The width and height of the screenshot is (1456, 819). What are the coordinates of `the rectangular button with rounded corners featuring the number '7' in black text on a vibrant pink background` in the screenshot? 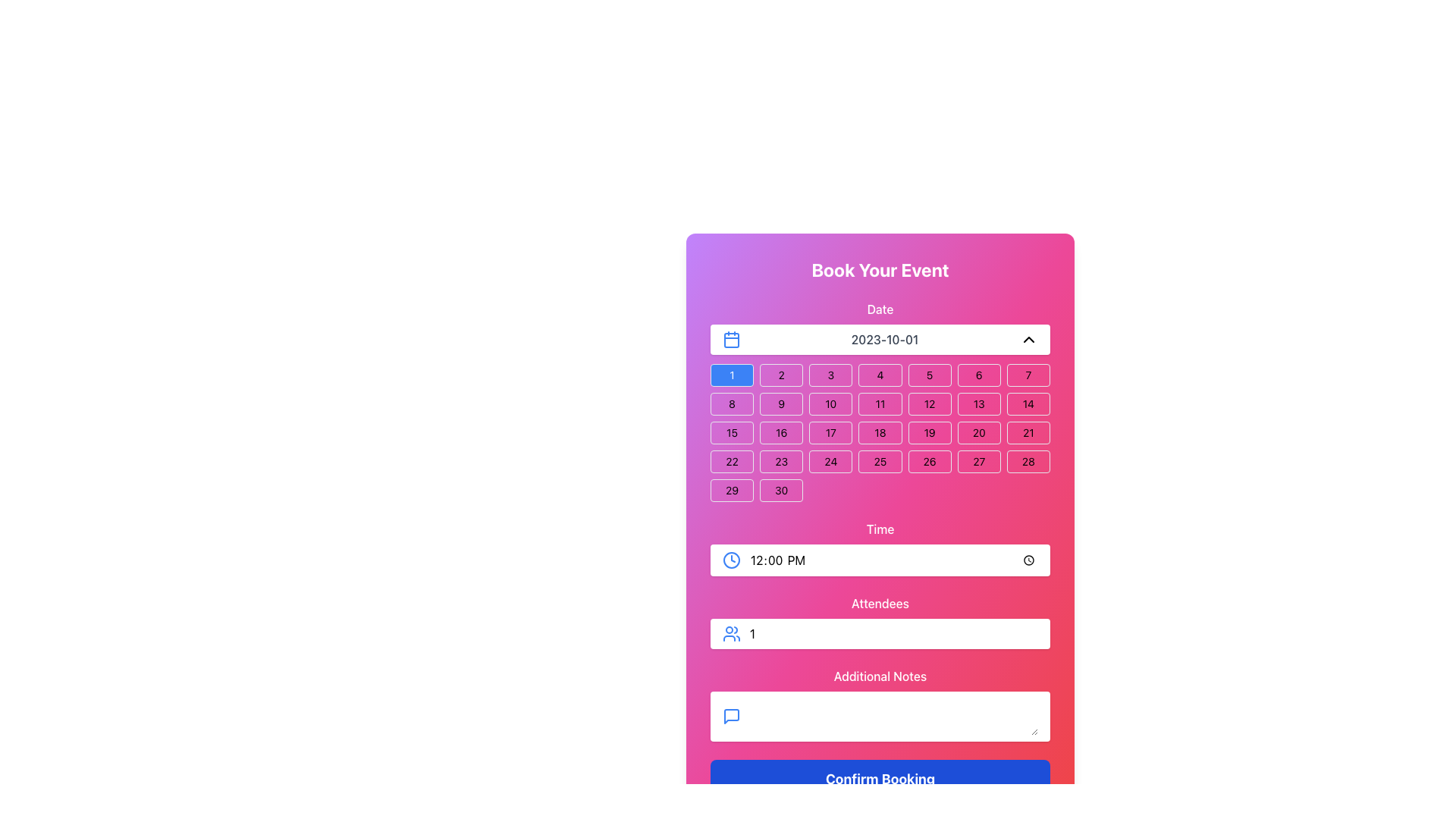 It's located at (1028, 375).